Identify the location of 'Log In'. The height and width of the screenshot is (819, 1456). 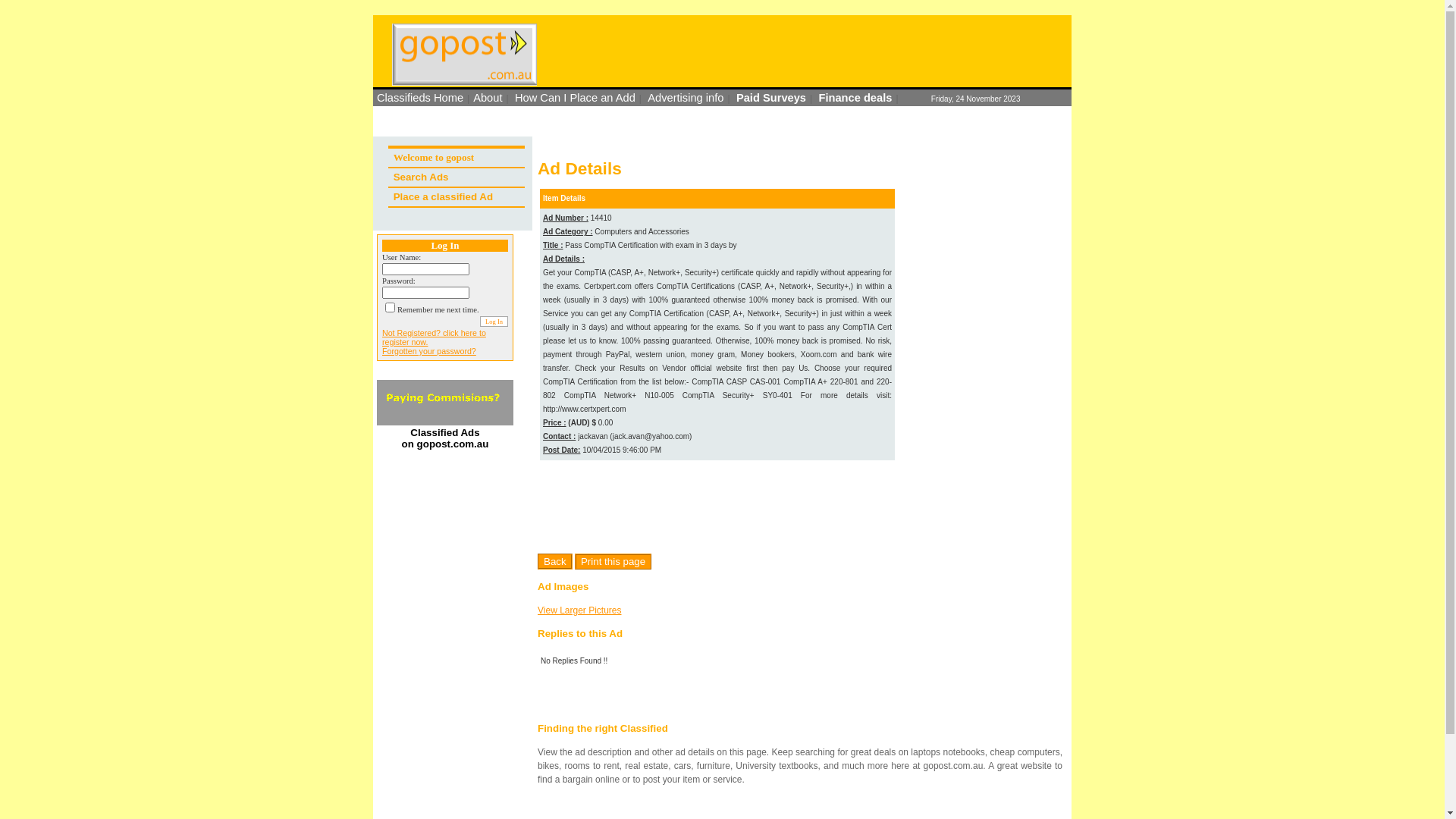
(494, 321).